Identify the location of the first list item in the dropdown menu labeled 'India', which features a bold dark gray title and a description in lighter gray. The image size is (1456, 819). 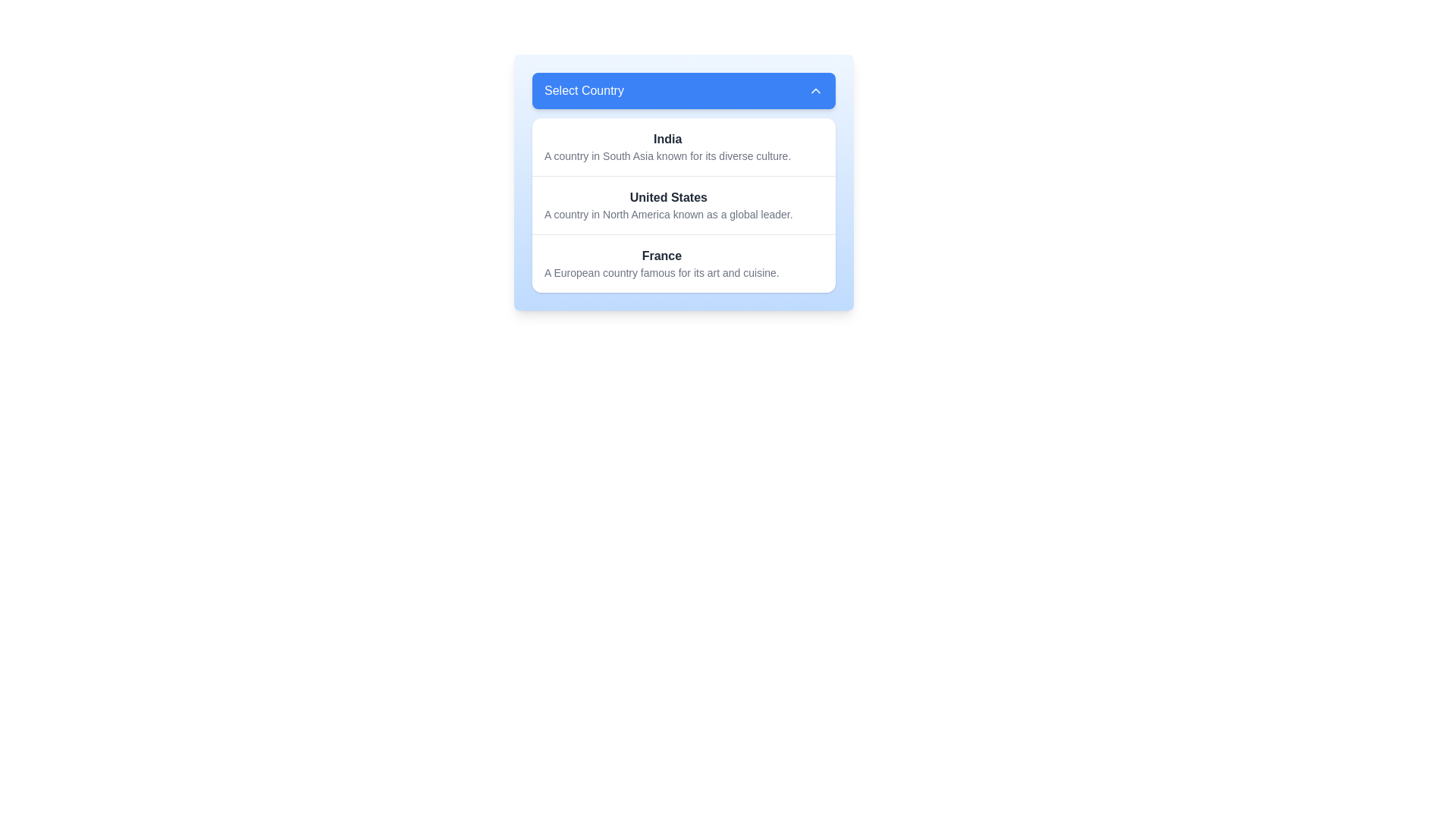
(667, 146).